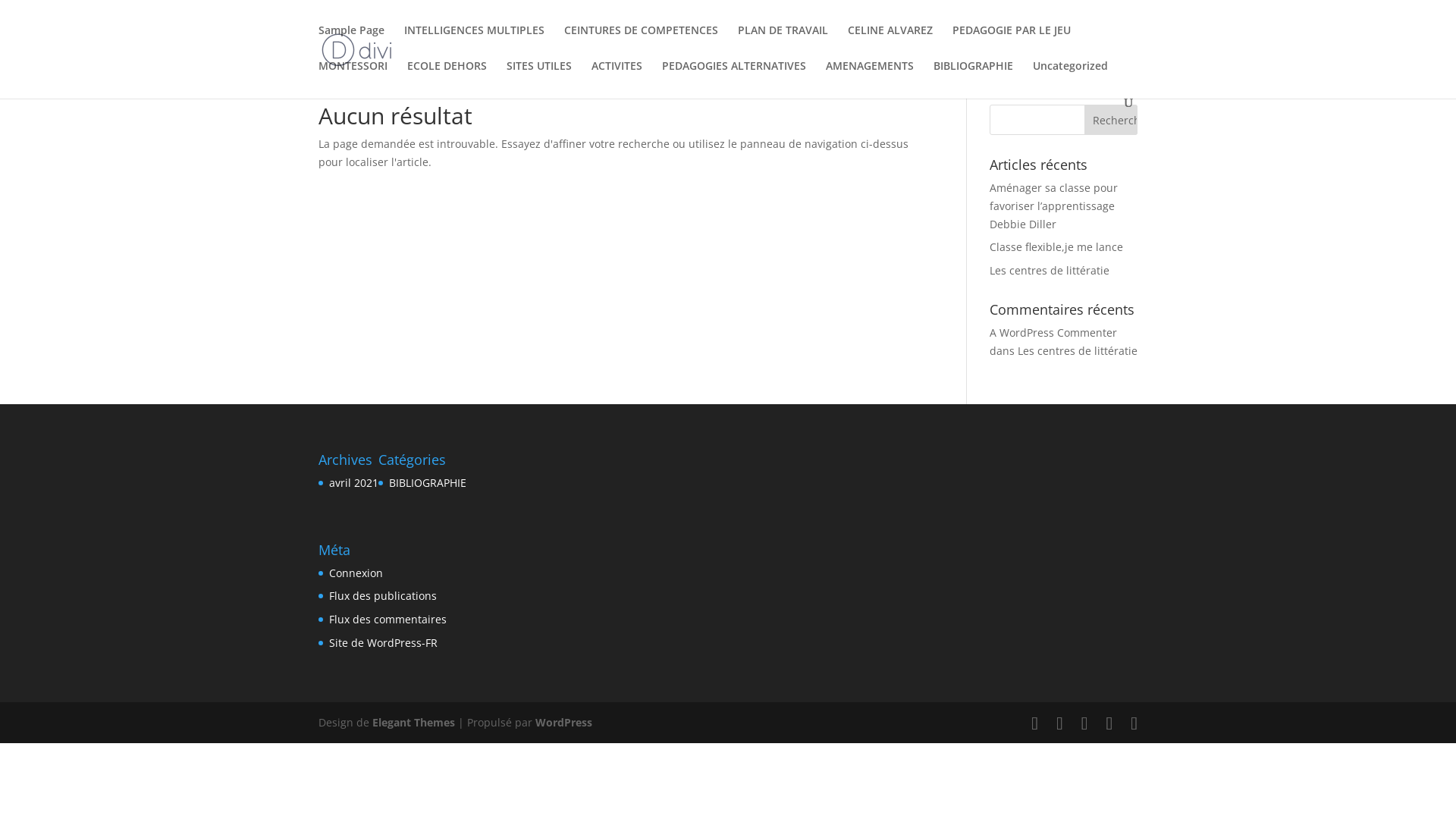 This screenshot has width=1456, height=819. Describe the element at coordinates (446, 78) in the screenshot. I see `'ECOLE DEHORS'` at that location.